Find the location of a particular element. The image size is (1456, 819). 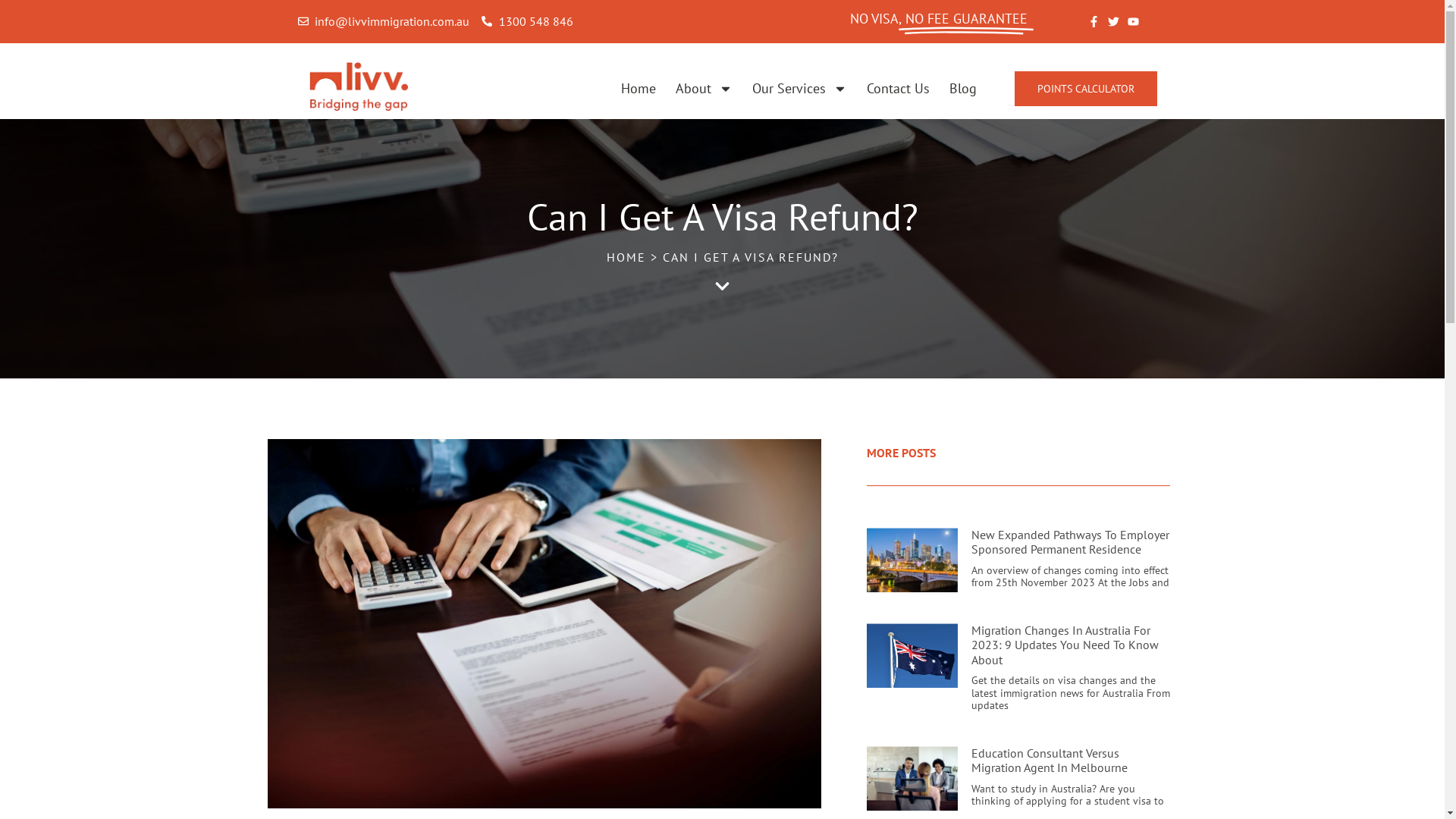

'Education Consultant Versus Migration Agent In Melbourne' is located at coordinates (1047, 760).